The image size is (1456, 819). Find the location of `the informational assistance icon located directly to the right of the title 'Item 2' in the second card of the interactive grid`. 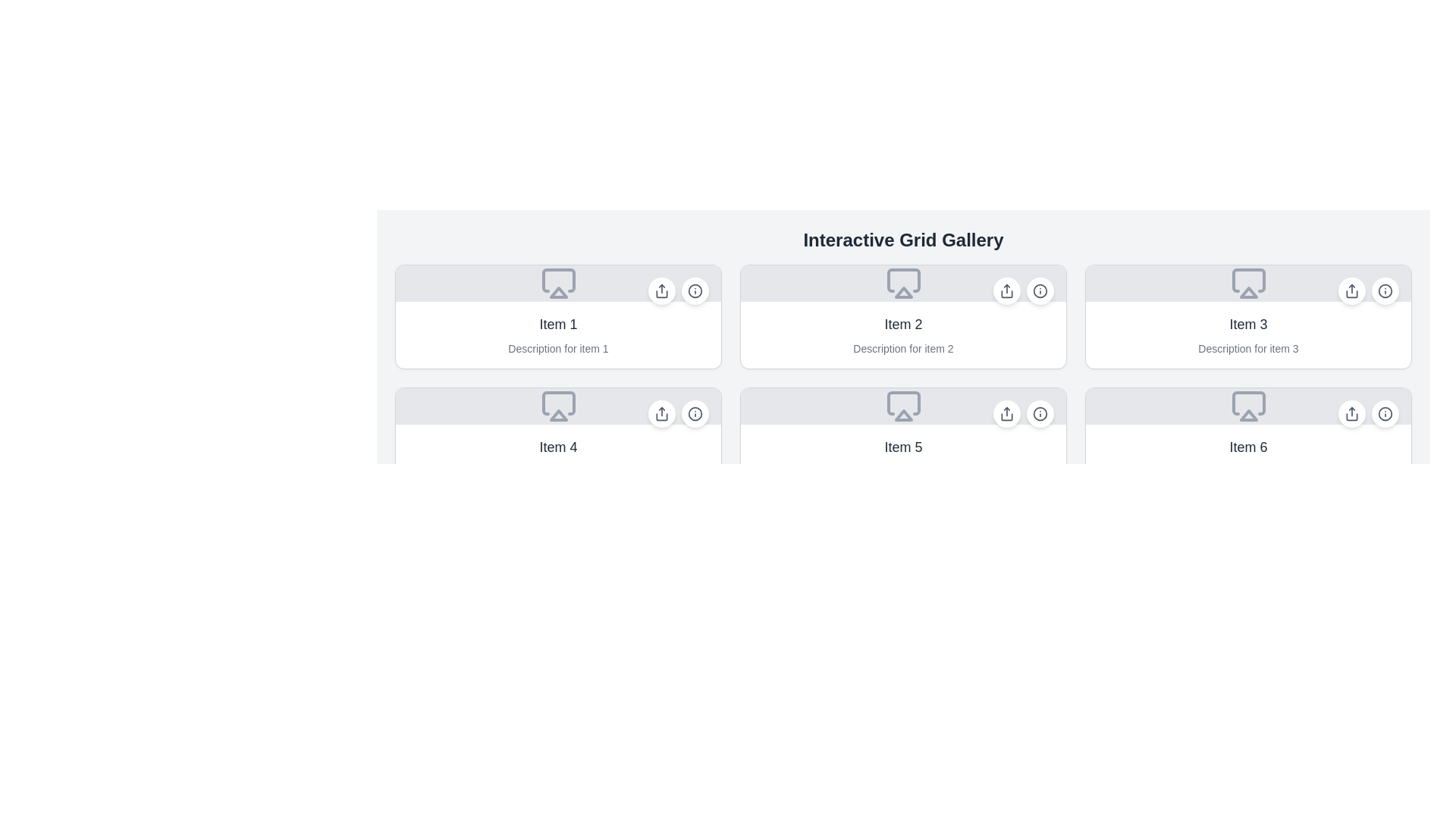

the informational assistance icon located directly to the right of the title 'Item 2' in the second card of the interactive grid is located at coordinates (1040, 291).